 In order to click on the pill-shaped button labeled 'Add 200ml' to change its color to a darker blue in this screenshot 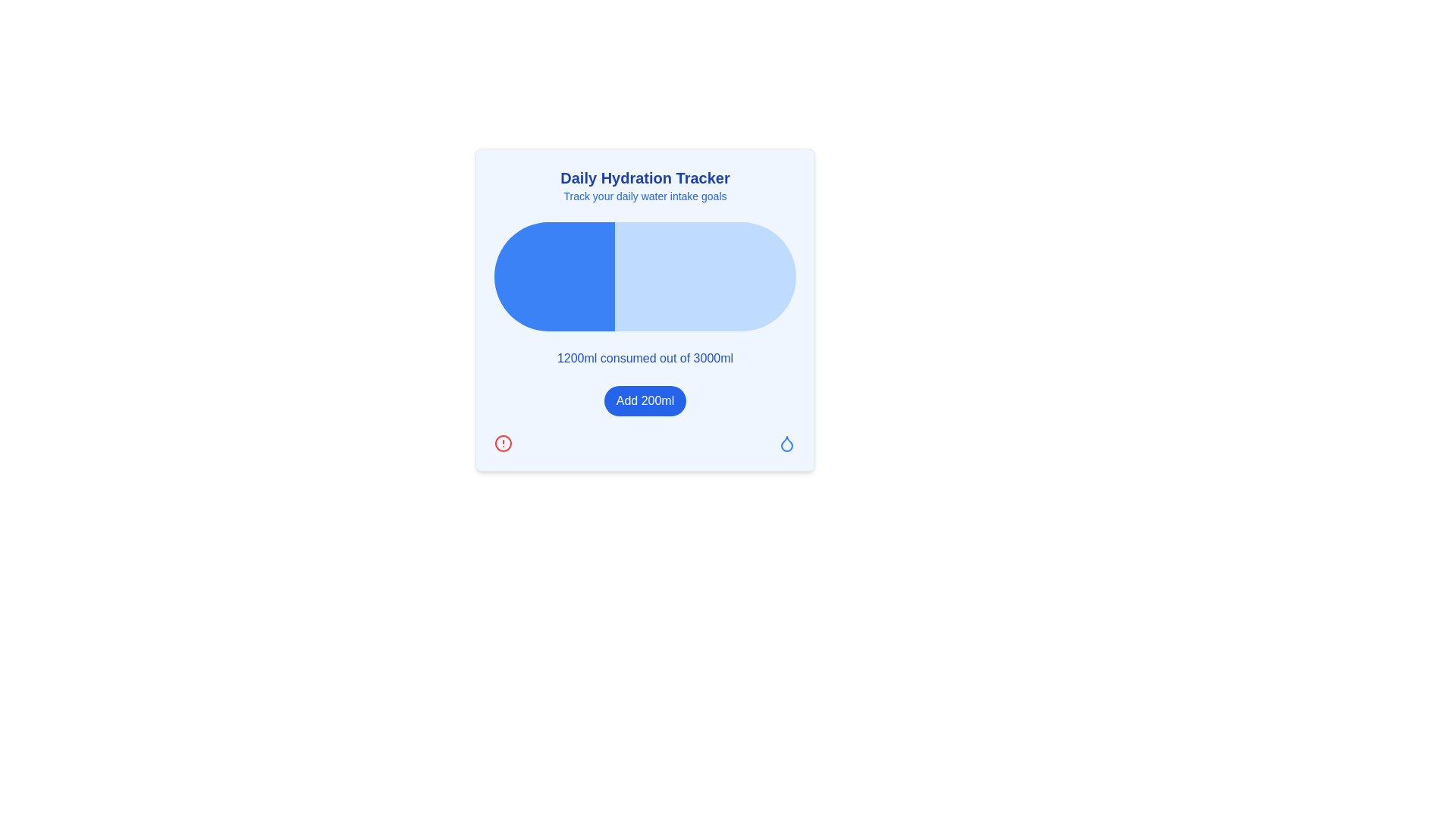, I will do `click(645, 400)`.